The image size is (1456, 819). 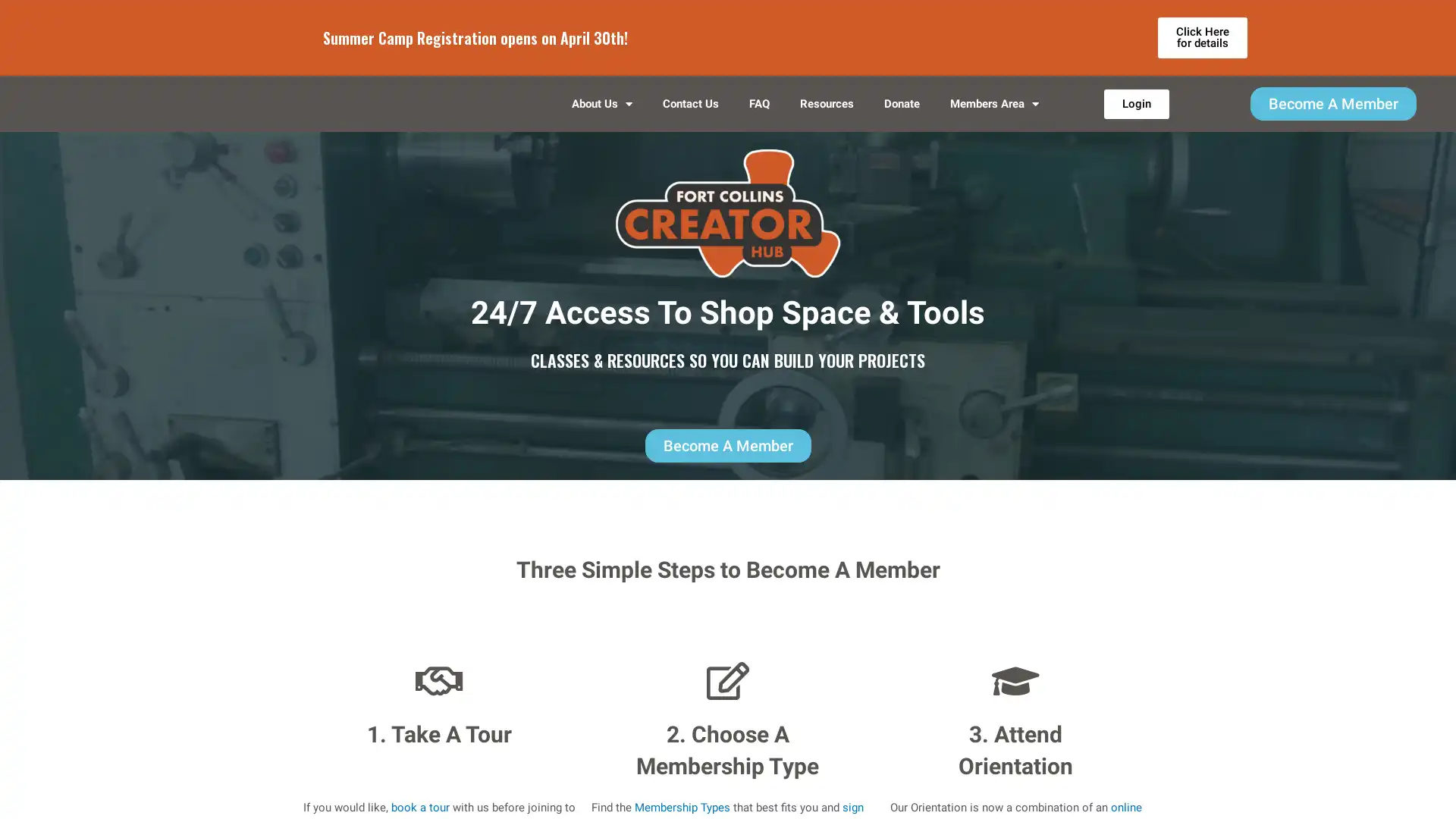 I want to click on Login, so click(x=1135, y=113).